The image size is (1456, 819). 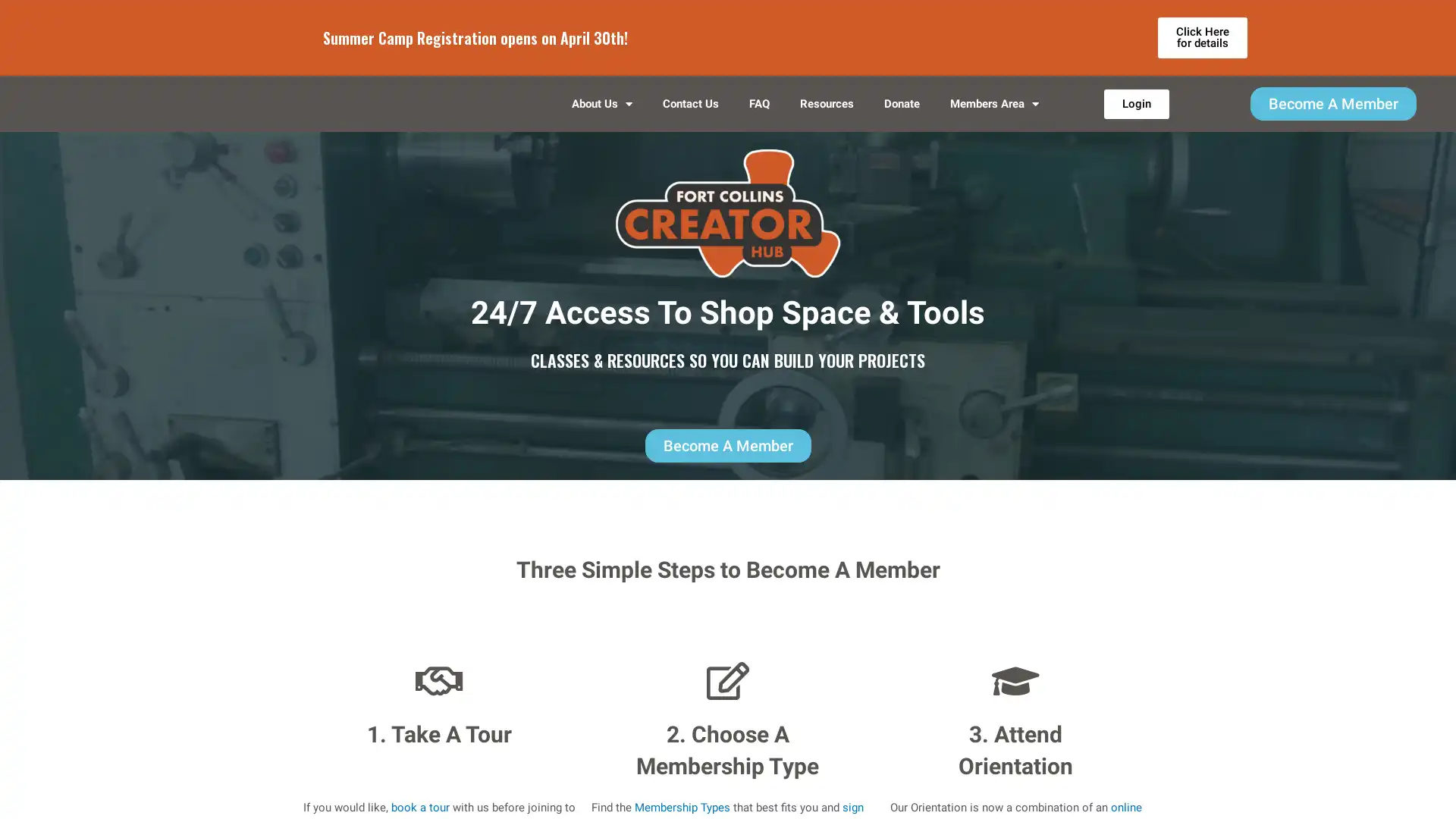 I want to click on Login, so click(x=1135, y=113).